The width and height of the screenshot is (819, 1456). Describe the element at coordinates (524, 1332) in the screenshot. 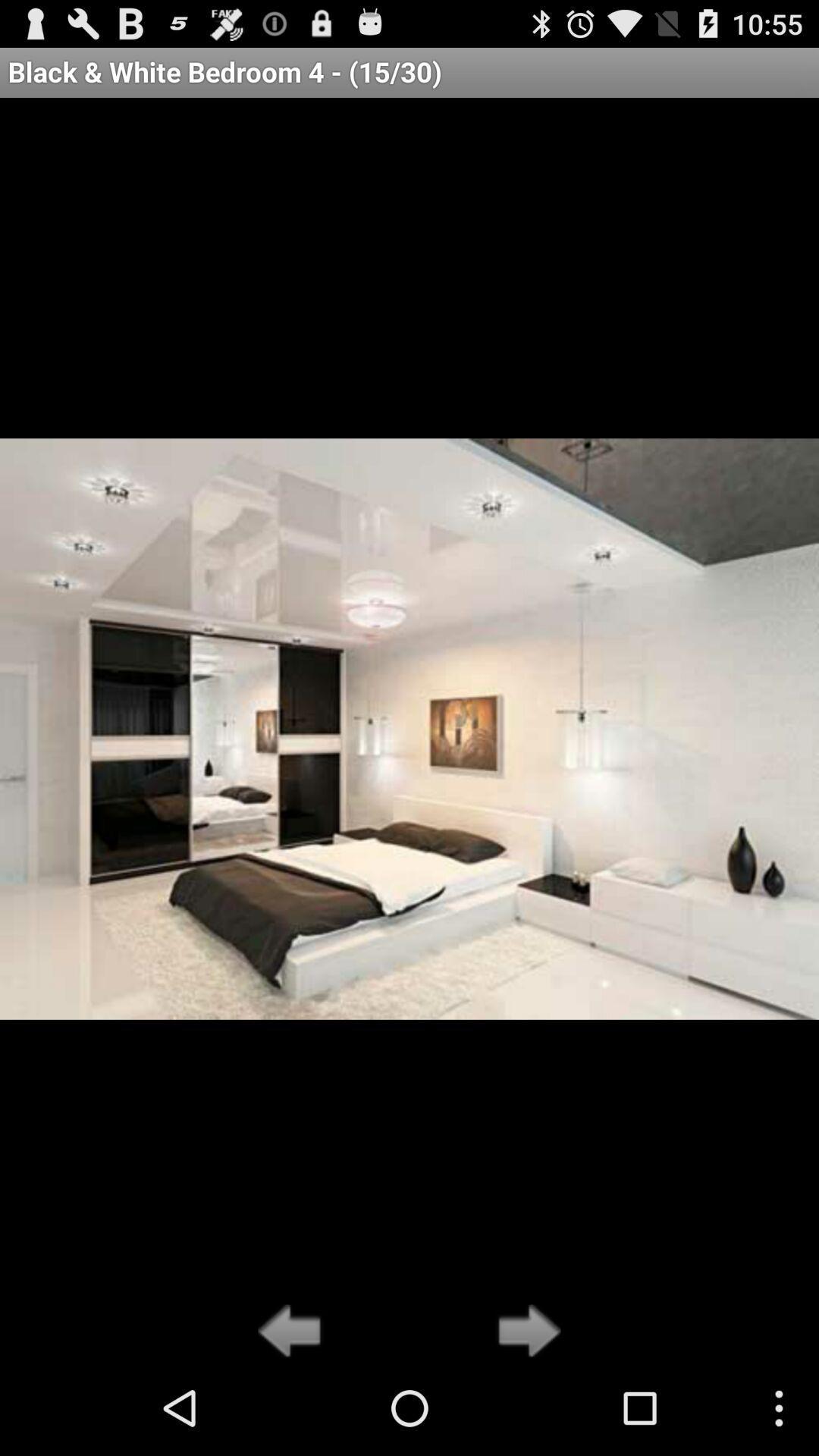

I see `go forward` at that location.